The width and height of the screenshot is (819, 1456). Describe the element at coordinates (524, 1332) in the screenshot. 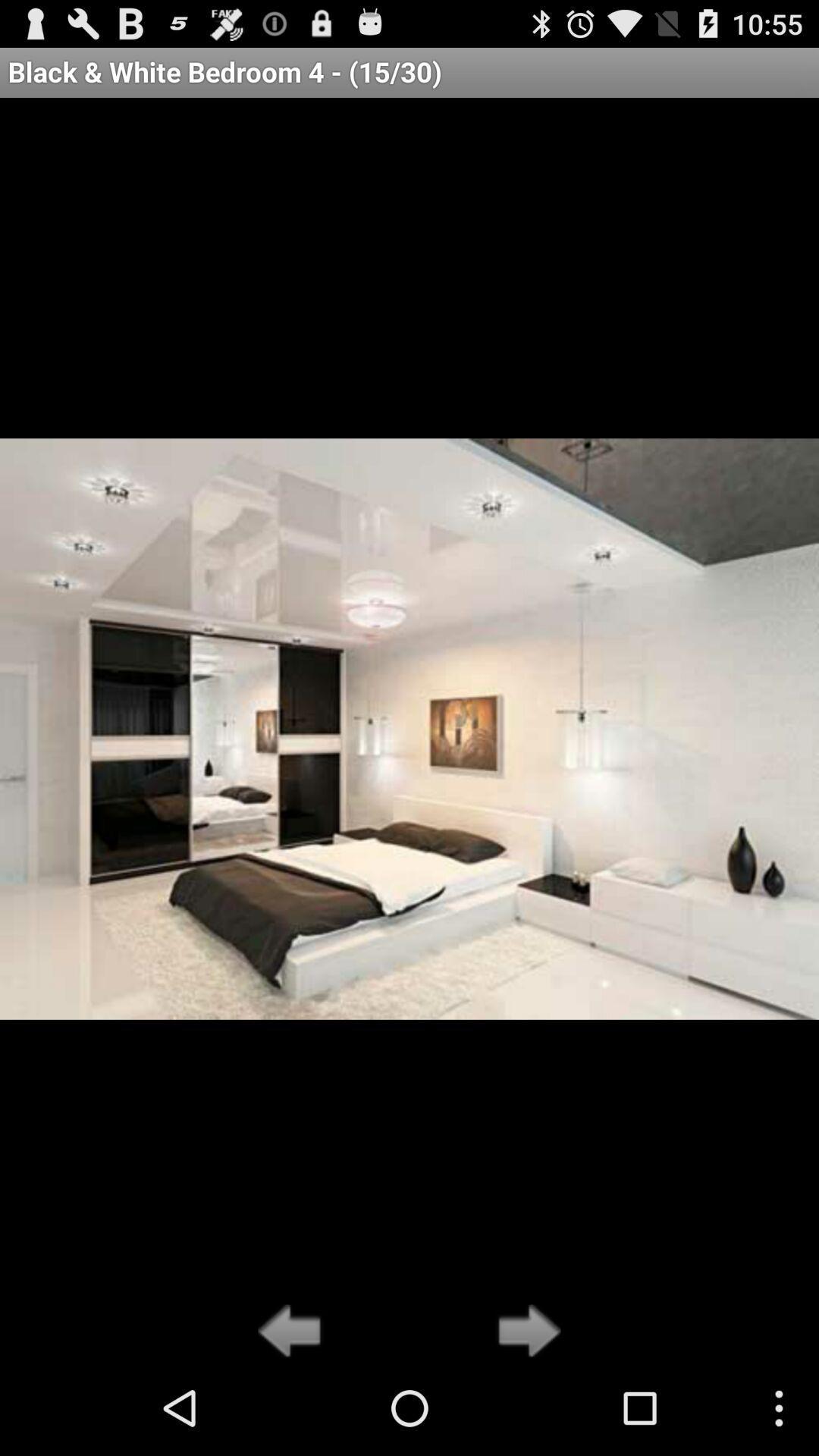

I see `go forward` at that location.